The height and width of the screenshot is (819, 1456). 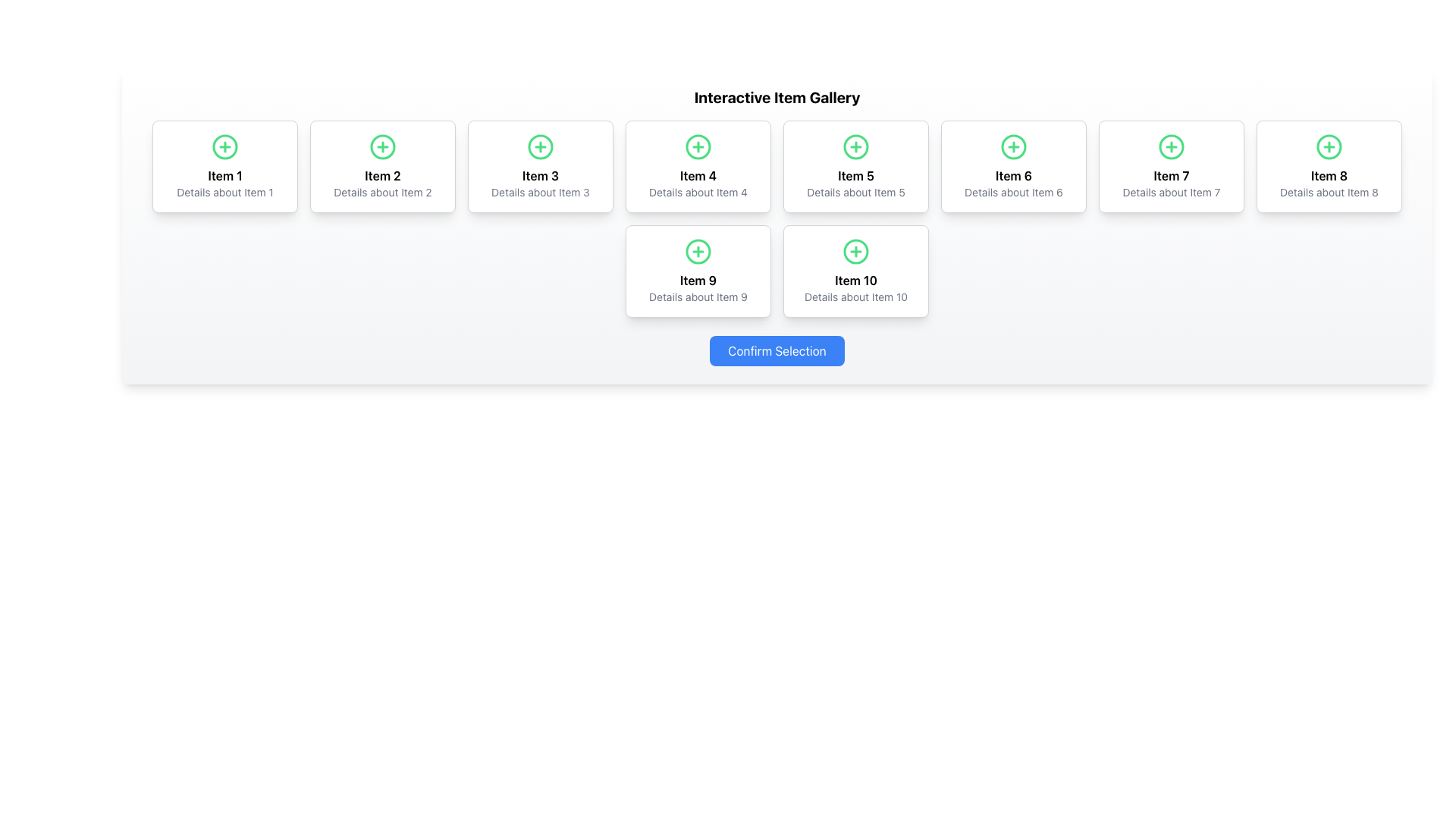 I want to click on the informational Text label for 'Item 4', which is located in the second row, second column of the grid layout, below the title text 'Item 4', so click(x=698, y=192).